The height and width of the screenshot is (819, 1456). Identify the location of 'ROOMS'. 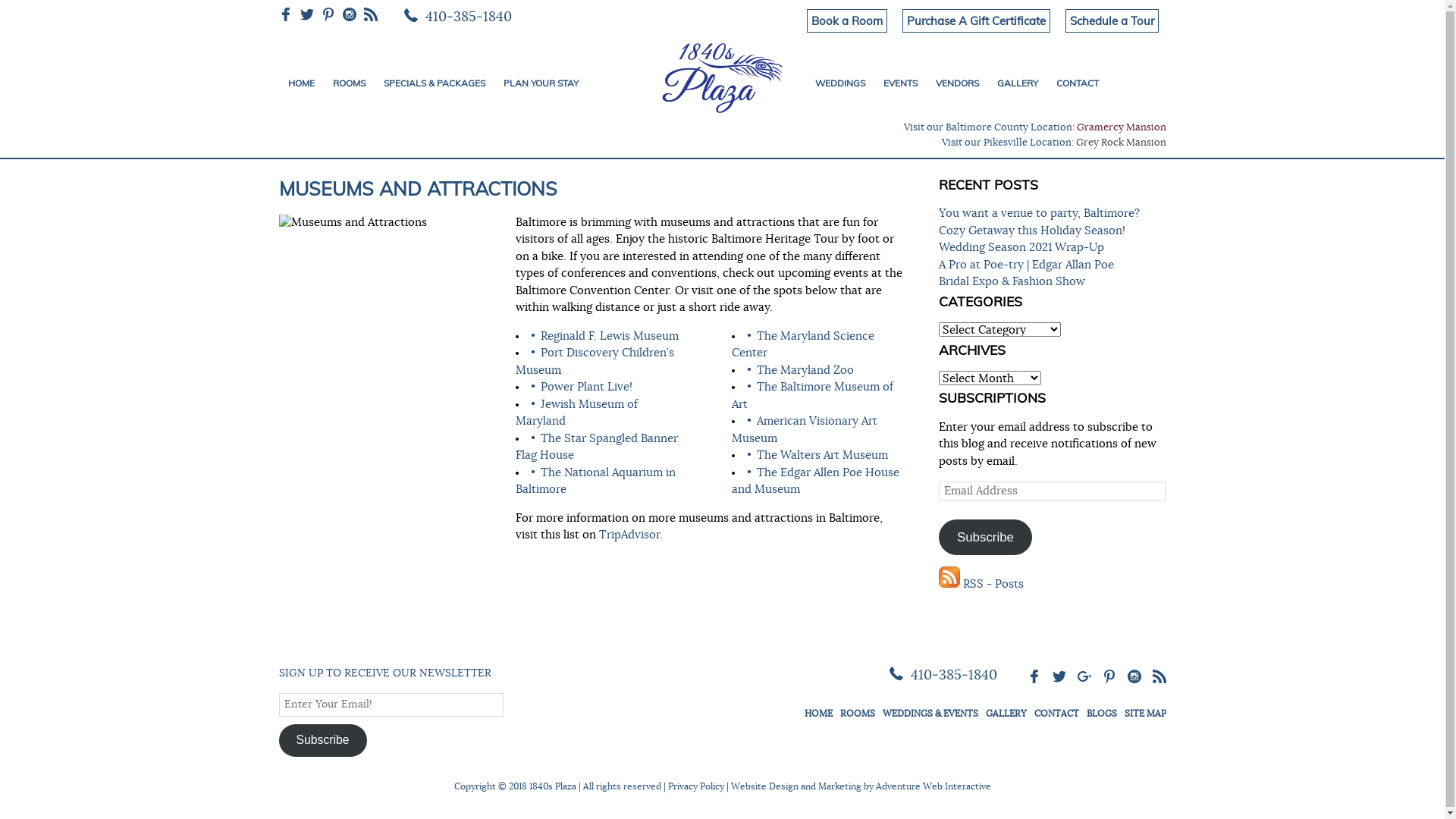
(858, 713).